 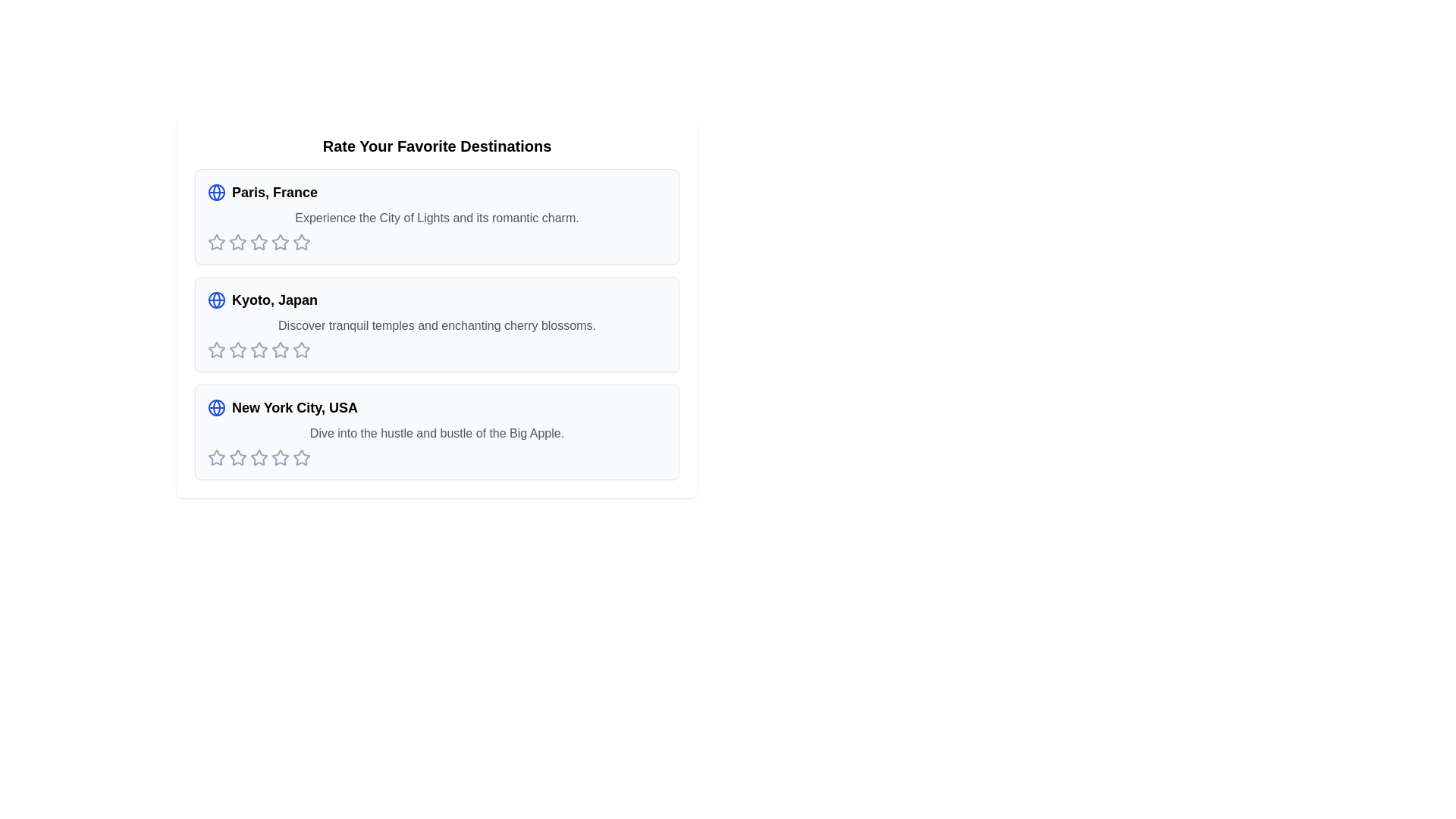 What do you see at coordinates (302, 242) in the screenshot?
I see `the fifth star icon used for rating, located below the 'Paris, France' headline in the first content card` at bounding box center [302, 242].